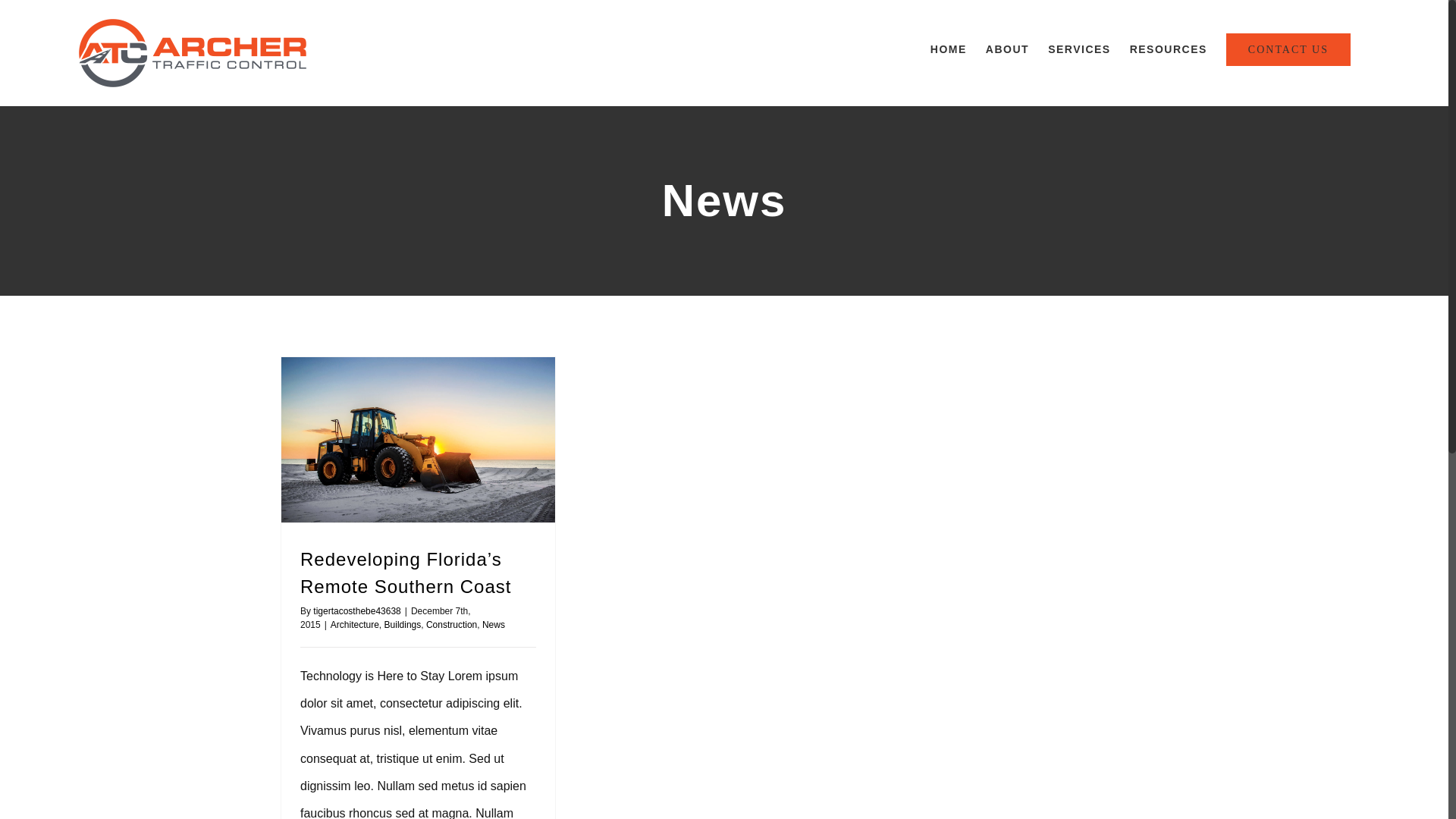  I want to click on 'Construction', so click(450, 625).